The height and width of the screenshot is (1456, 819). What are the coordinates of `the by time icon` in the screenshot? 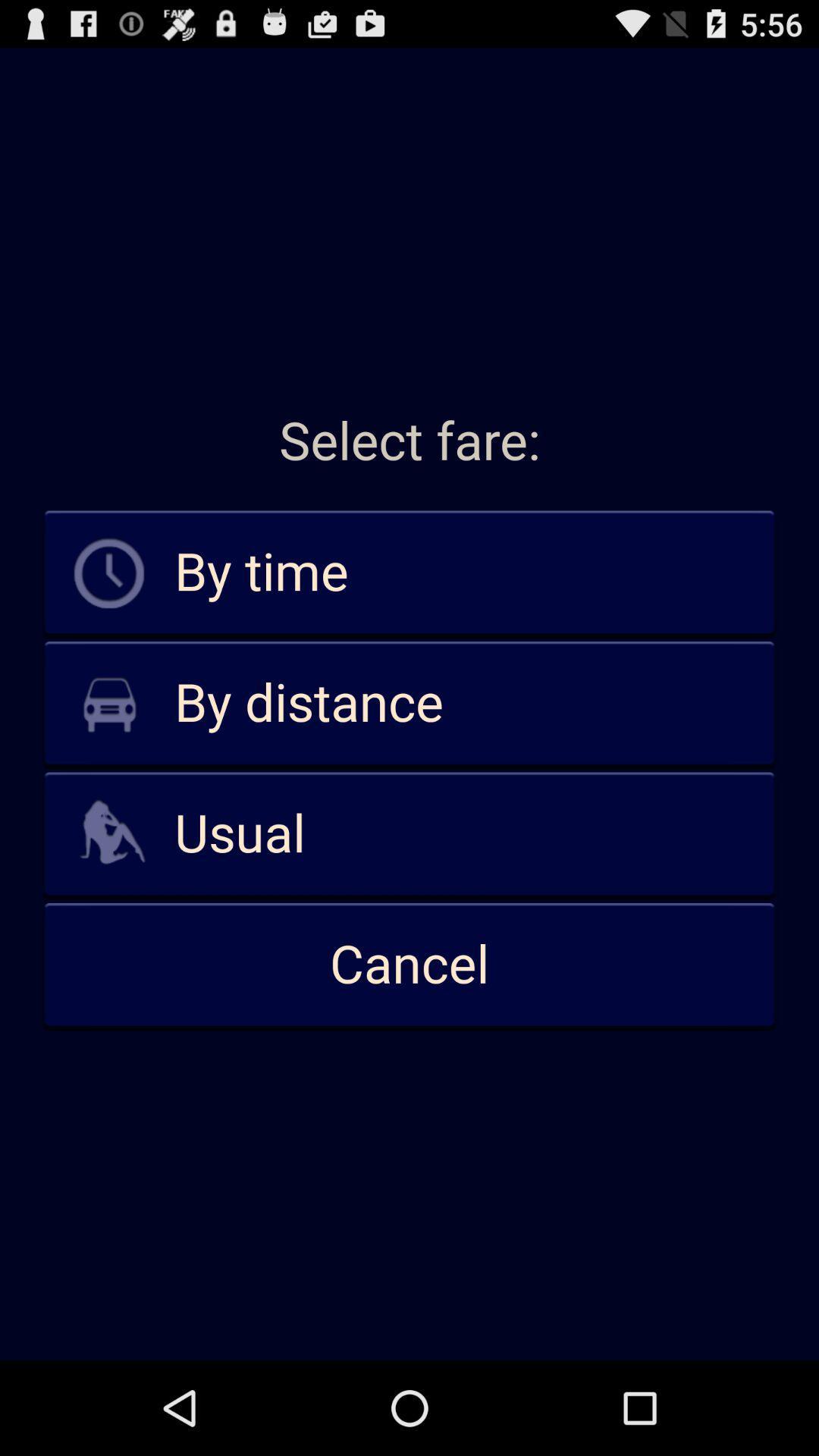 It's located at (409, 573).